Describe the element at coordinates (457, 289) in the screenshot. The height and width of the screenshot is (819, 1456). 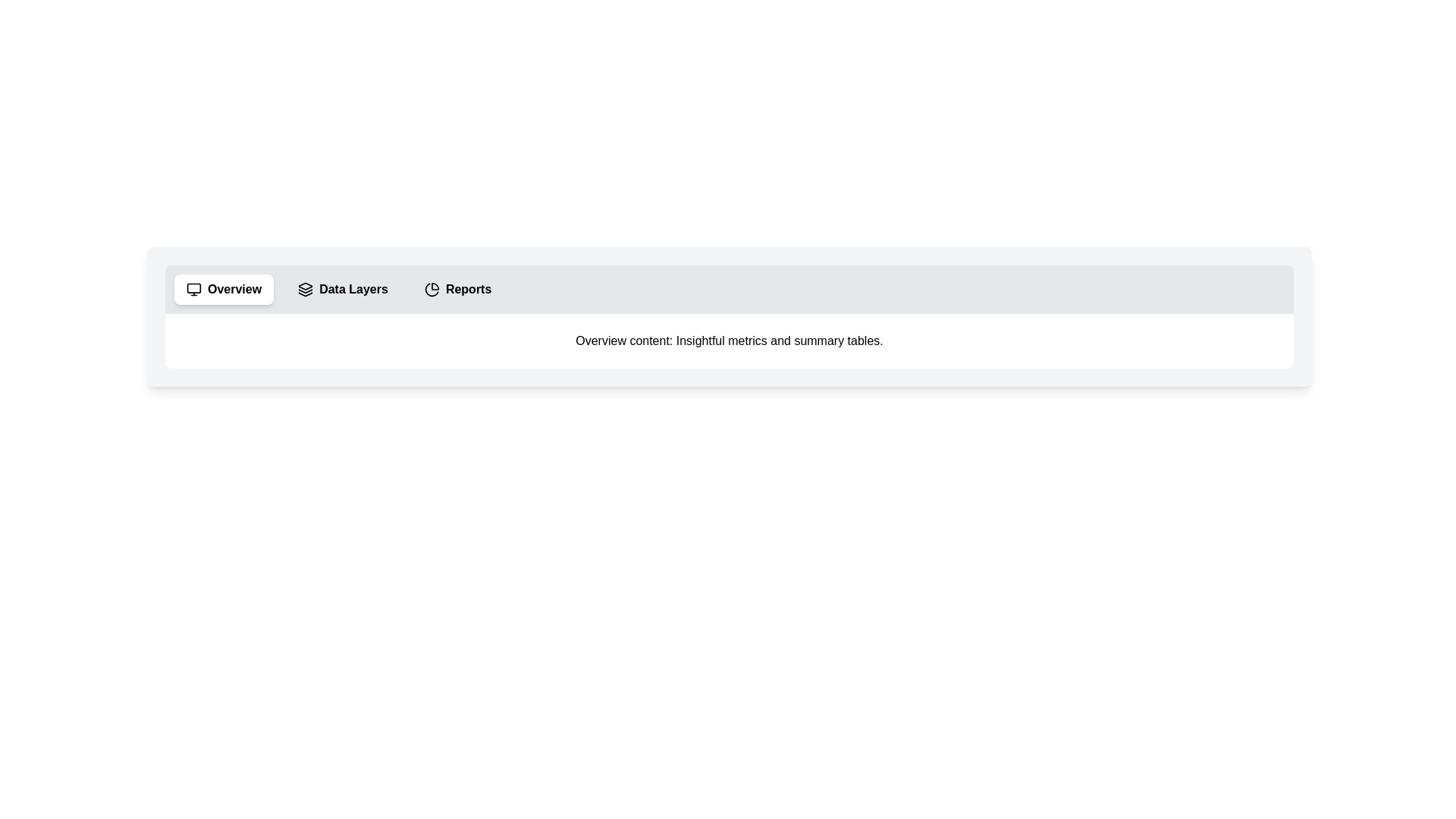
I see `the Reports tab to view its content` at that location.